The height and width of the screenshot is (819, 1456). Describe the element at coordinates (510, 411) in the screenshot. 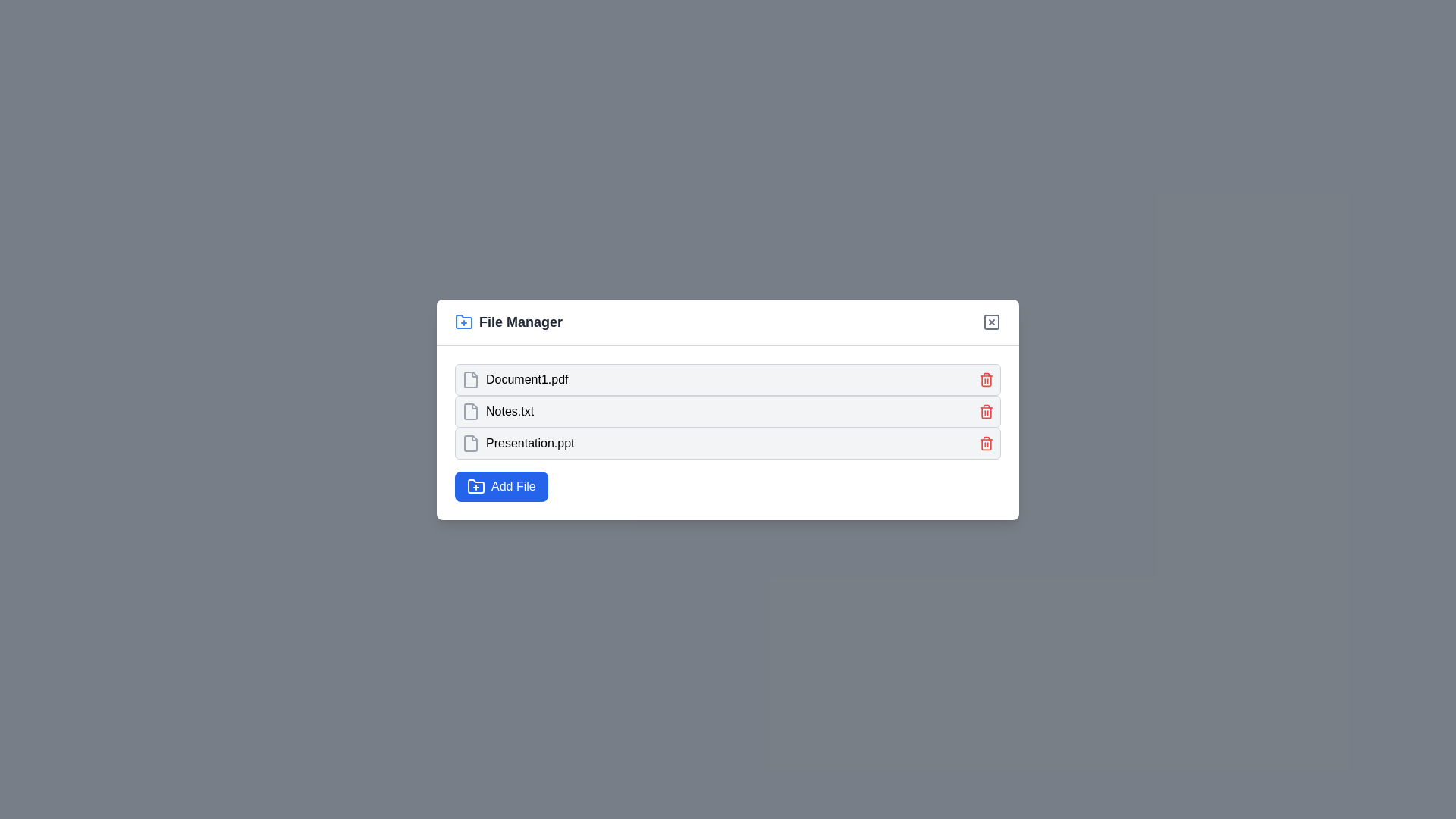

I see `the static text label representing the file name` at that location.